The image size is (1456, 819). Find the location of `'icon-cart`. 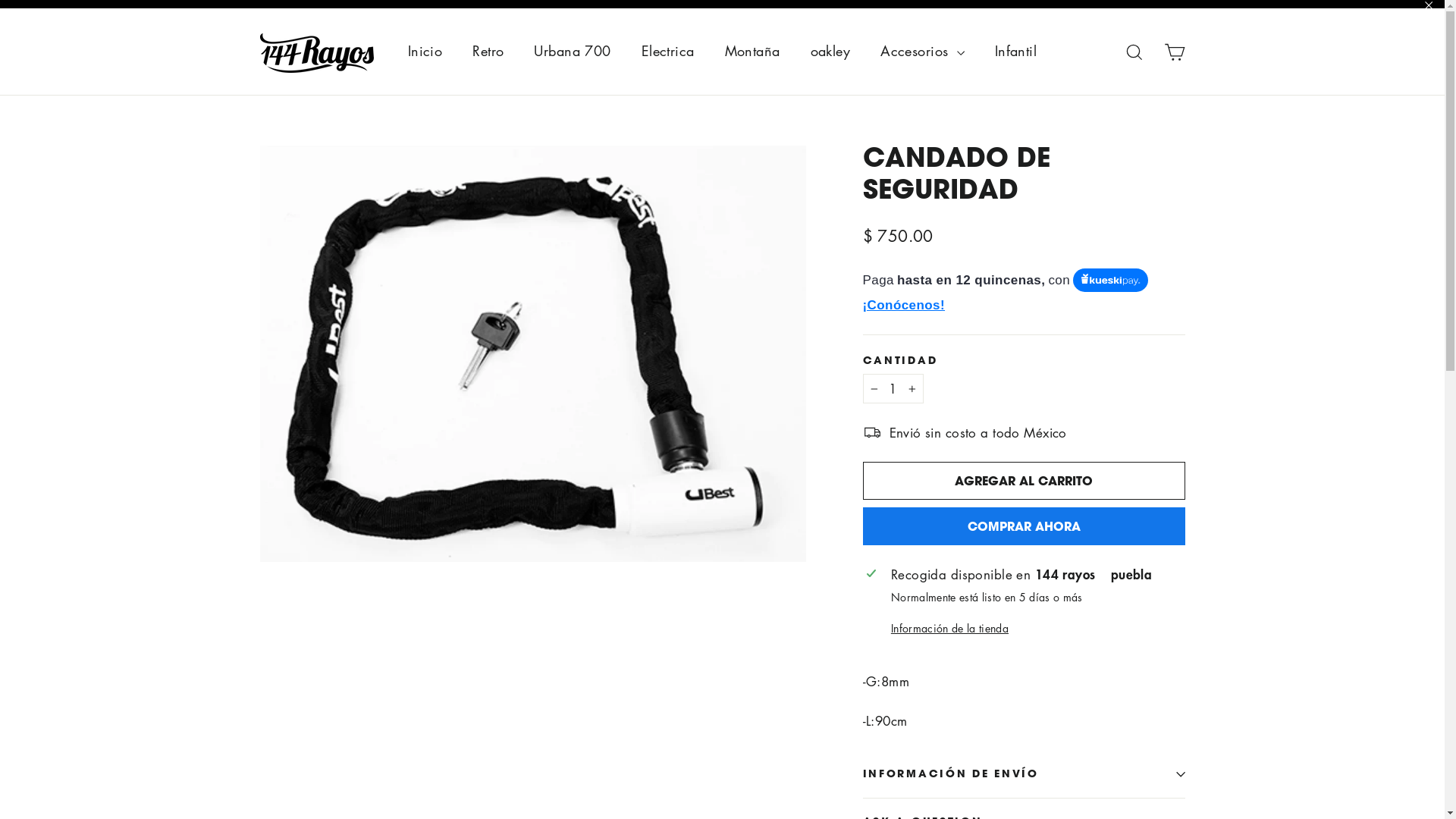

'icon-cart is located at coordinates (1173, 51).